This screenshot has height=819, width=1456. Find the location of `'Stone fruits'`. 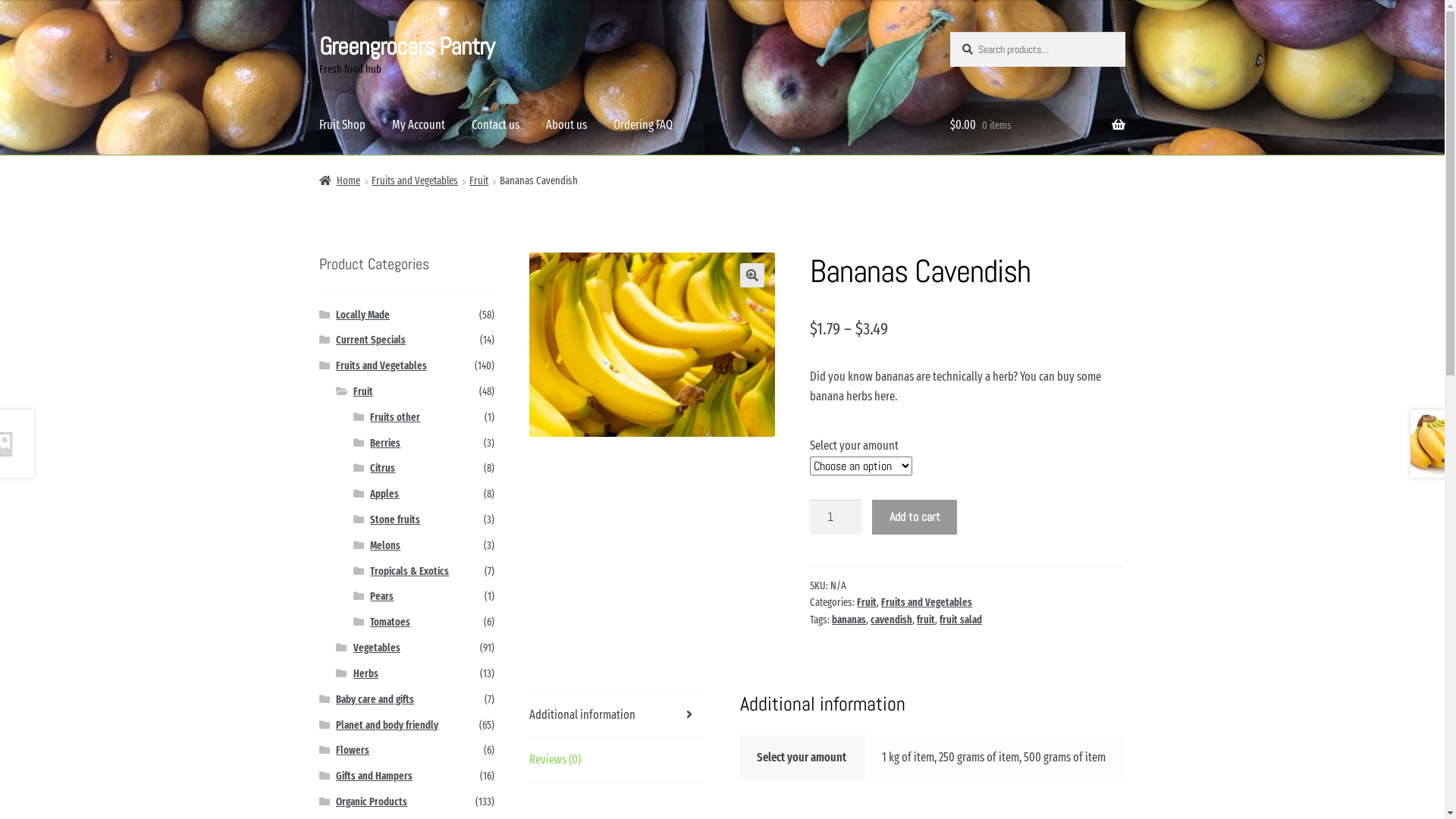

'Stone fruits' is located at coordinates (395, 519).